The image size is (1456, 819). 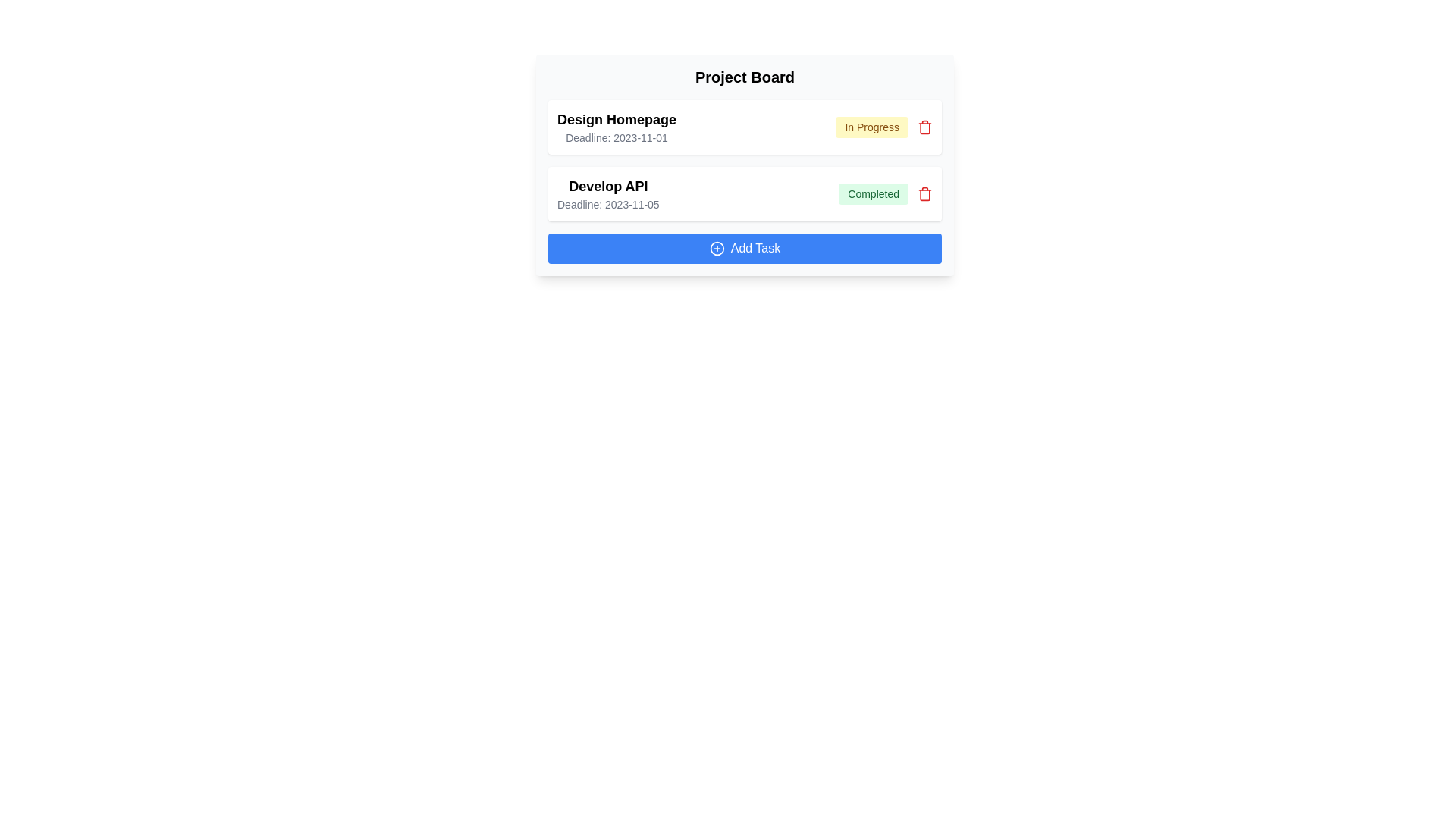 I want to click on 'Add Task' button to add a new task to the list, so click(x=745, y=247).